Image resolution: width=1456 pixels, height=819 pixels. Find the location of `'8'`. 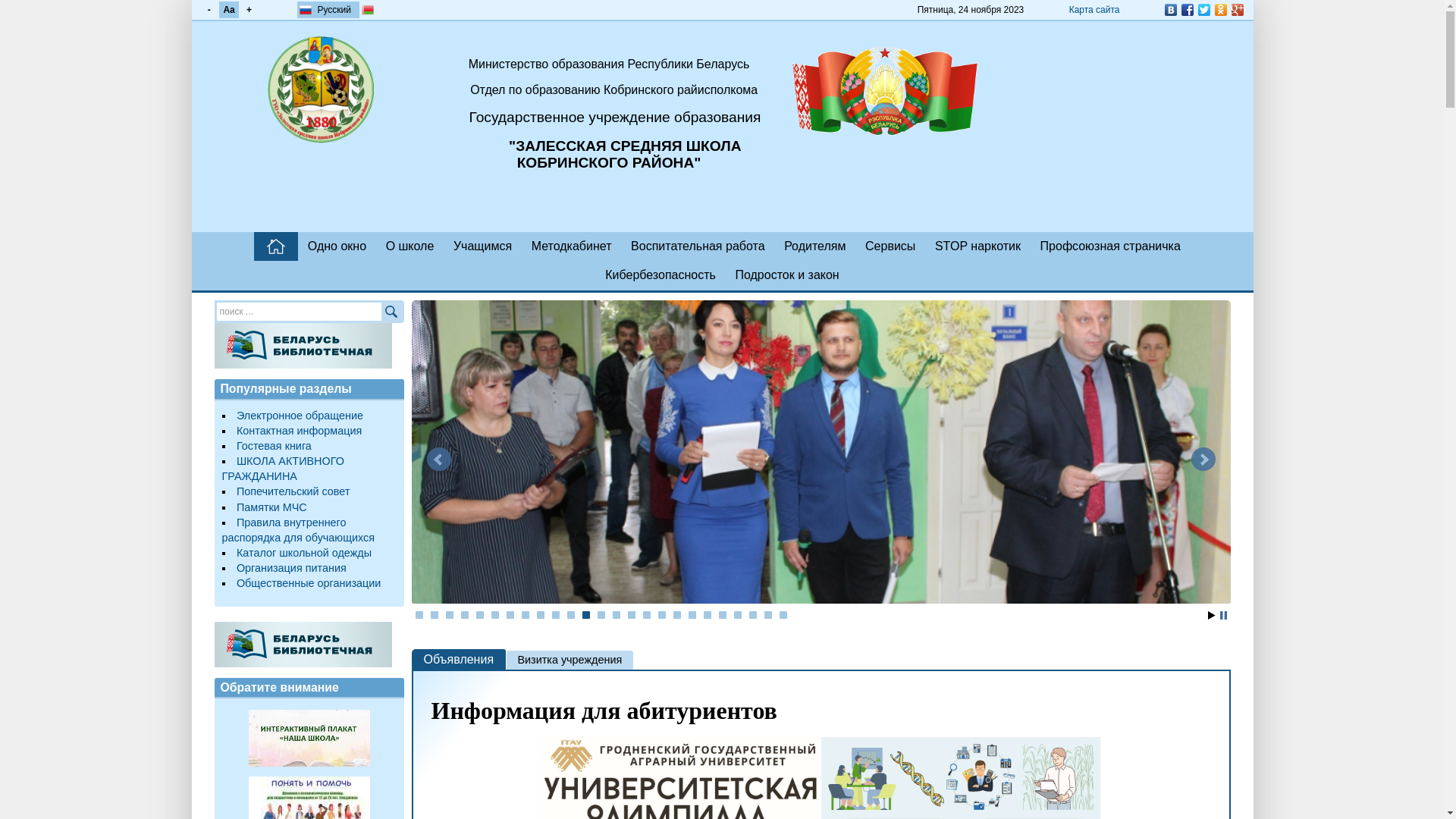

'8' is located at coordinates (525, 614).